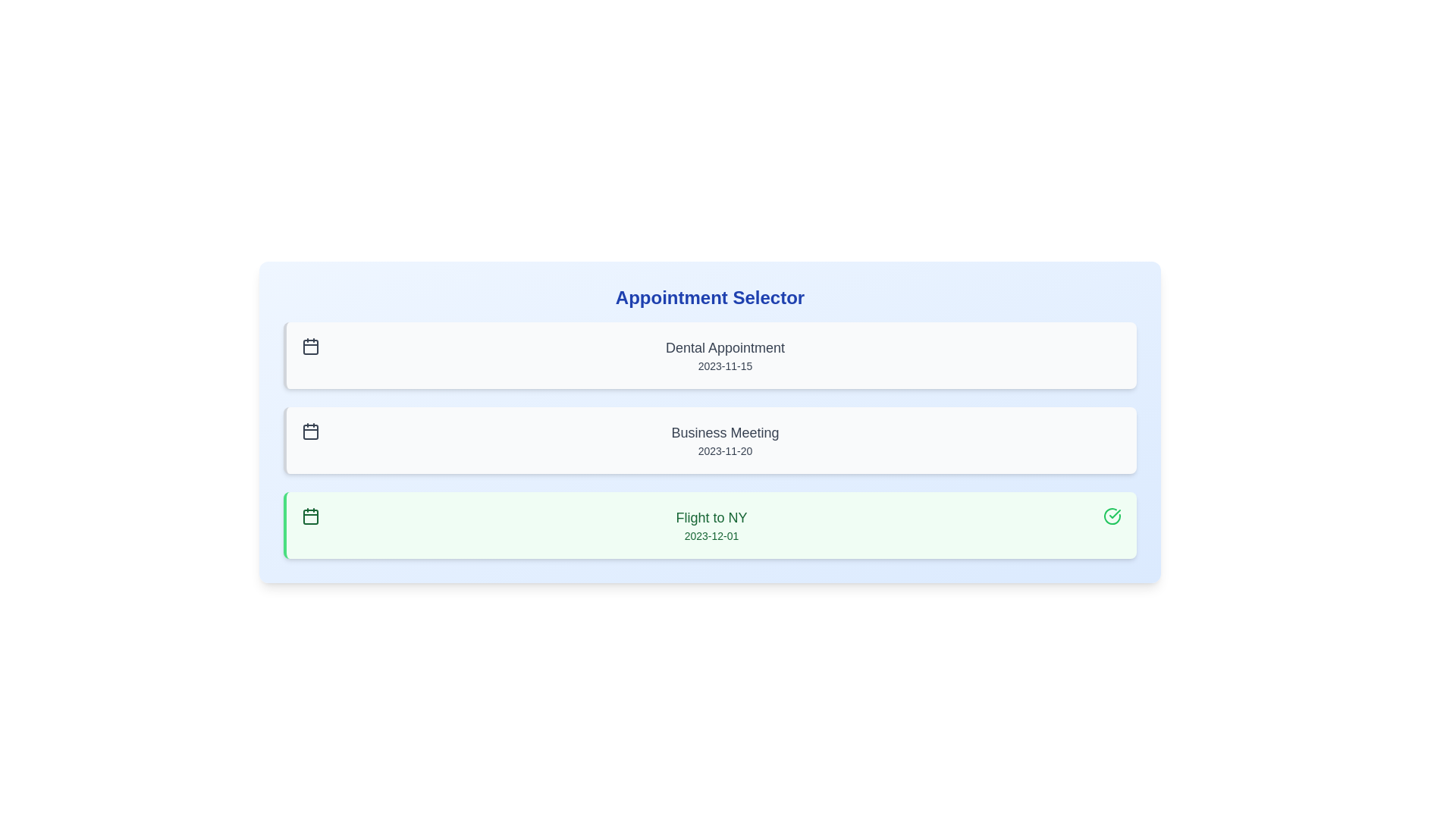 Image resolution: width=1456 pixels, height=819 pixels. Describe the element at coordinates (709, 356) in the screenshot. I see `the appointment labeled 'Dental Appointment' to observe its hover effect` at that location.